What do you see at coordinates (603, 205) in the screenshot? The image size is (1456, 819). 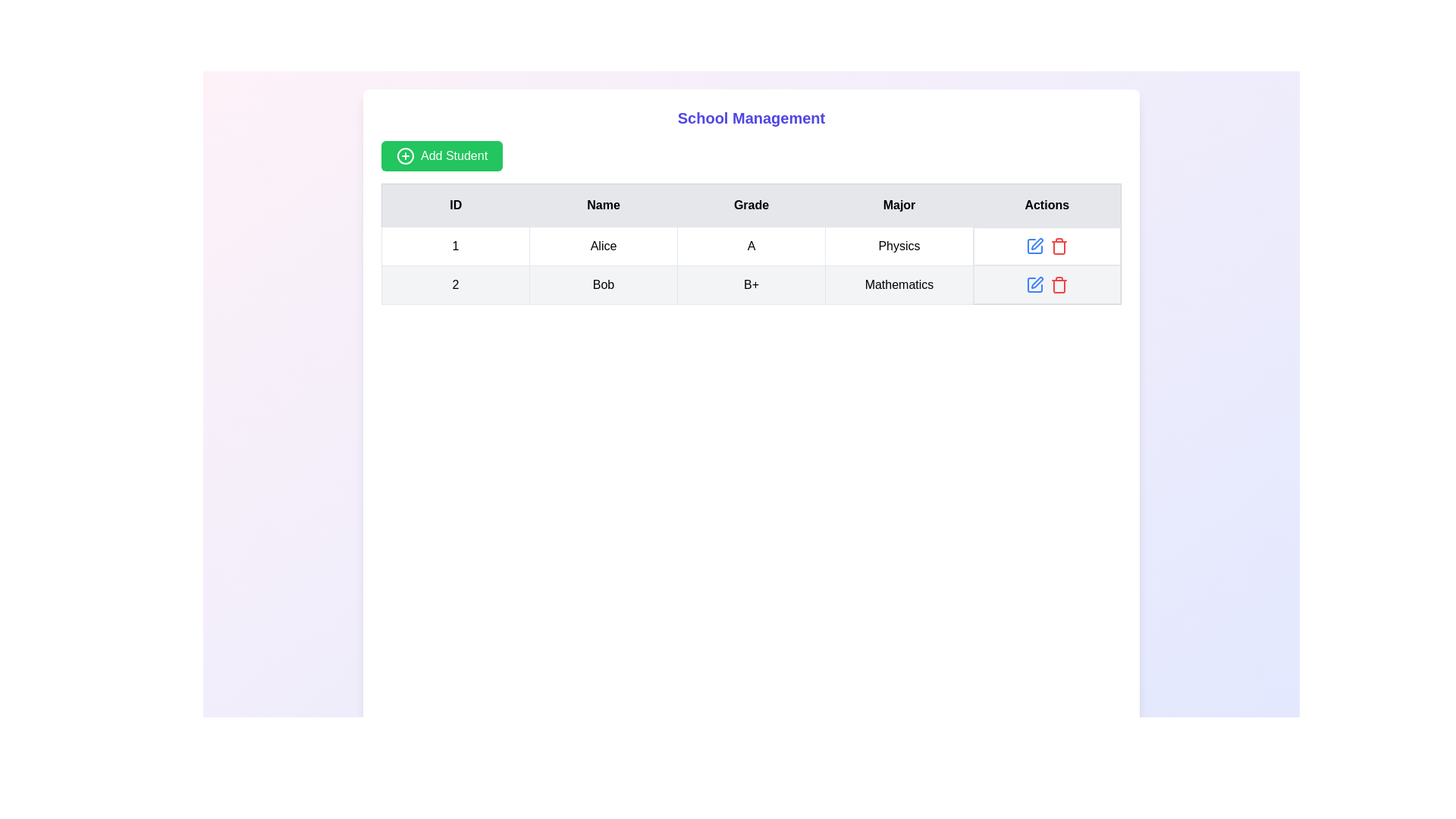 I see `the text label displaying 'Name' located in the header row of a table, positioned between 'ID' and 'Grade'` at bounding box center [603, 205].